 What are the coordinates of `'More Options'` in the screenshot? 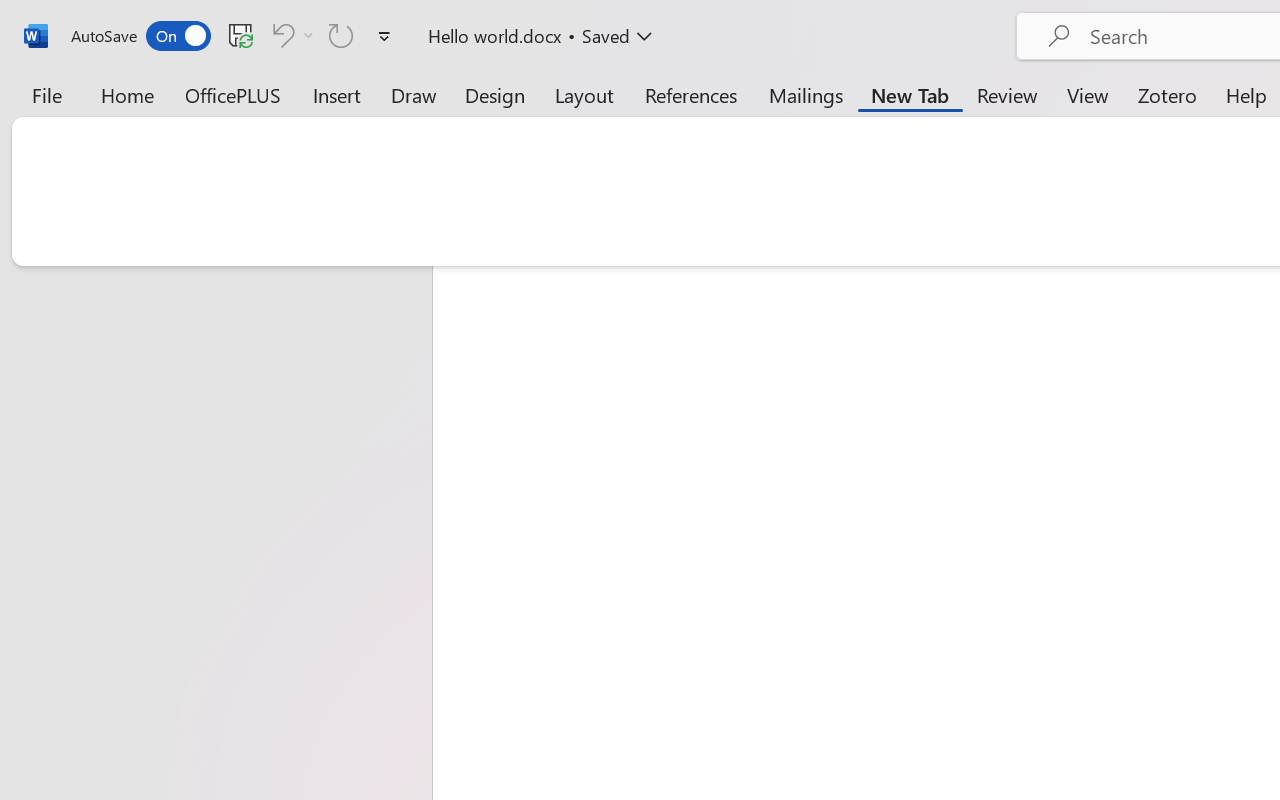 It's located at (308, 34).